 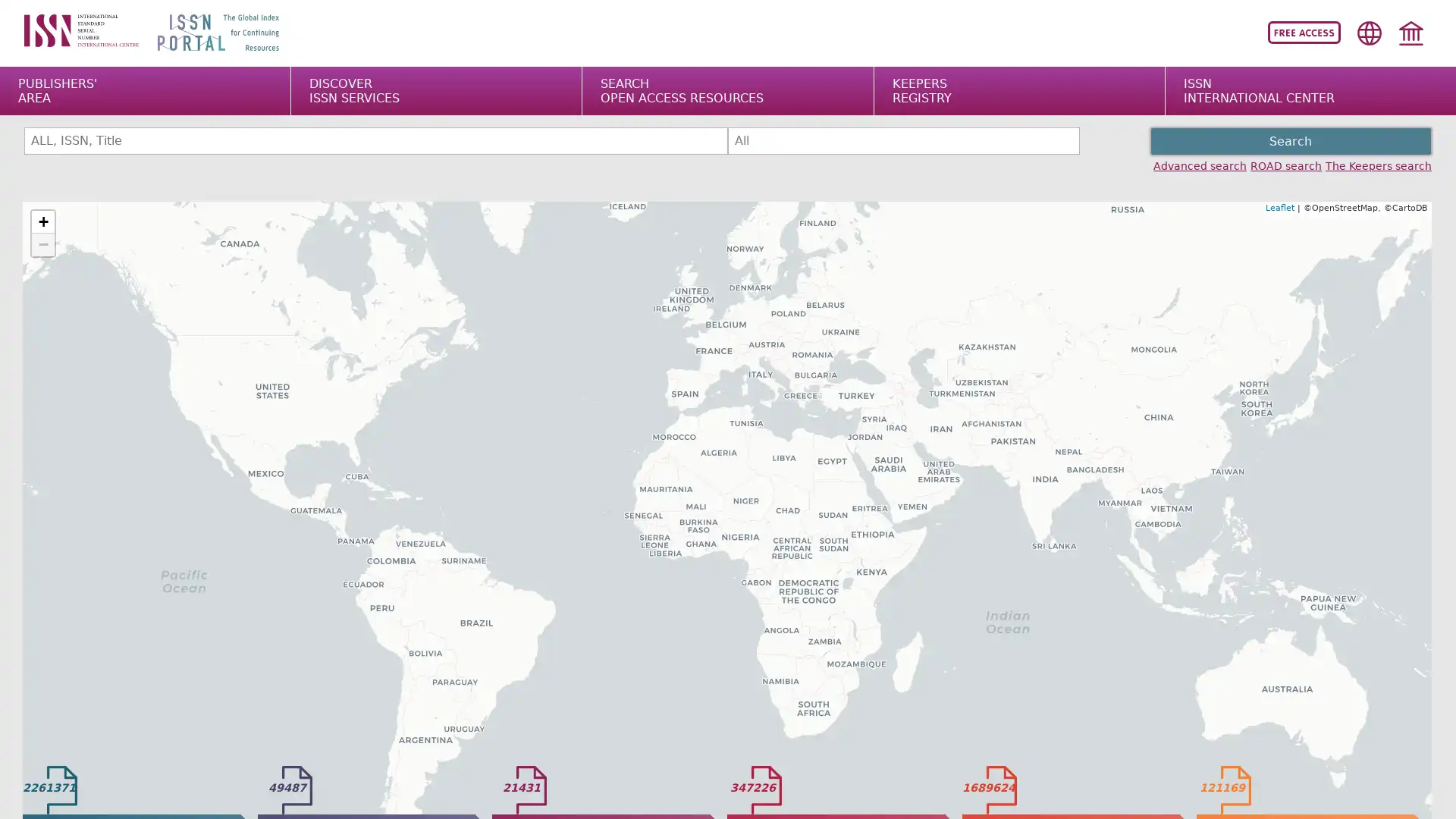 I want to click on Zoom out, so click(x=43, y=244).